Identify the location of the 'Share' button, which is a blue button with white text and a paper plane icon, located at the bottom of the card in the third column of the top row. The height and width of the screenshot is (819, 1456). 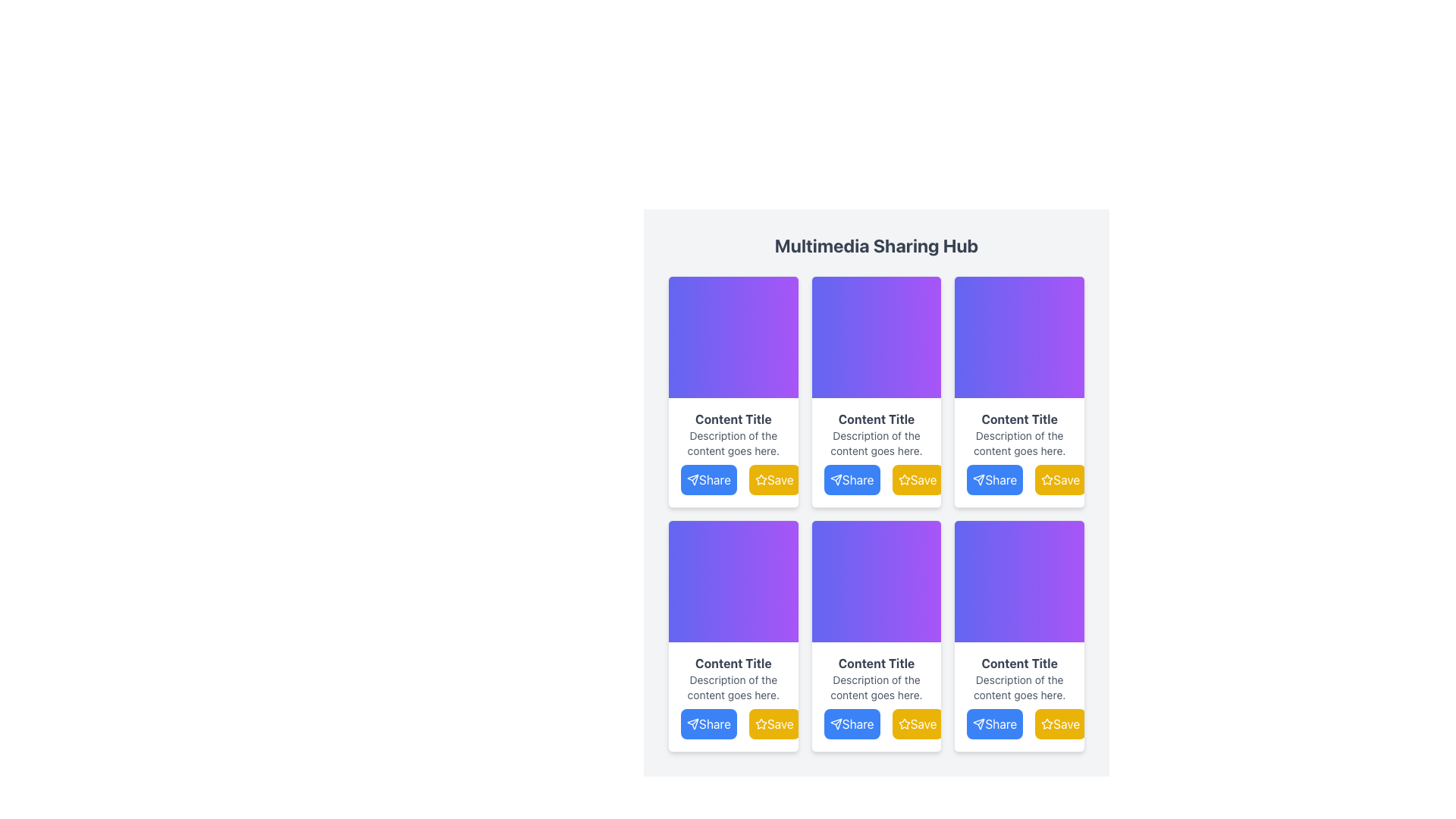
(995, 479).